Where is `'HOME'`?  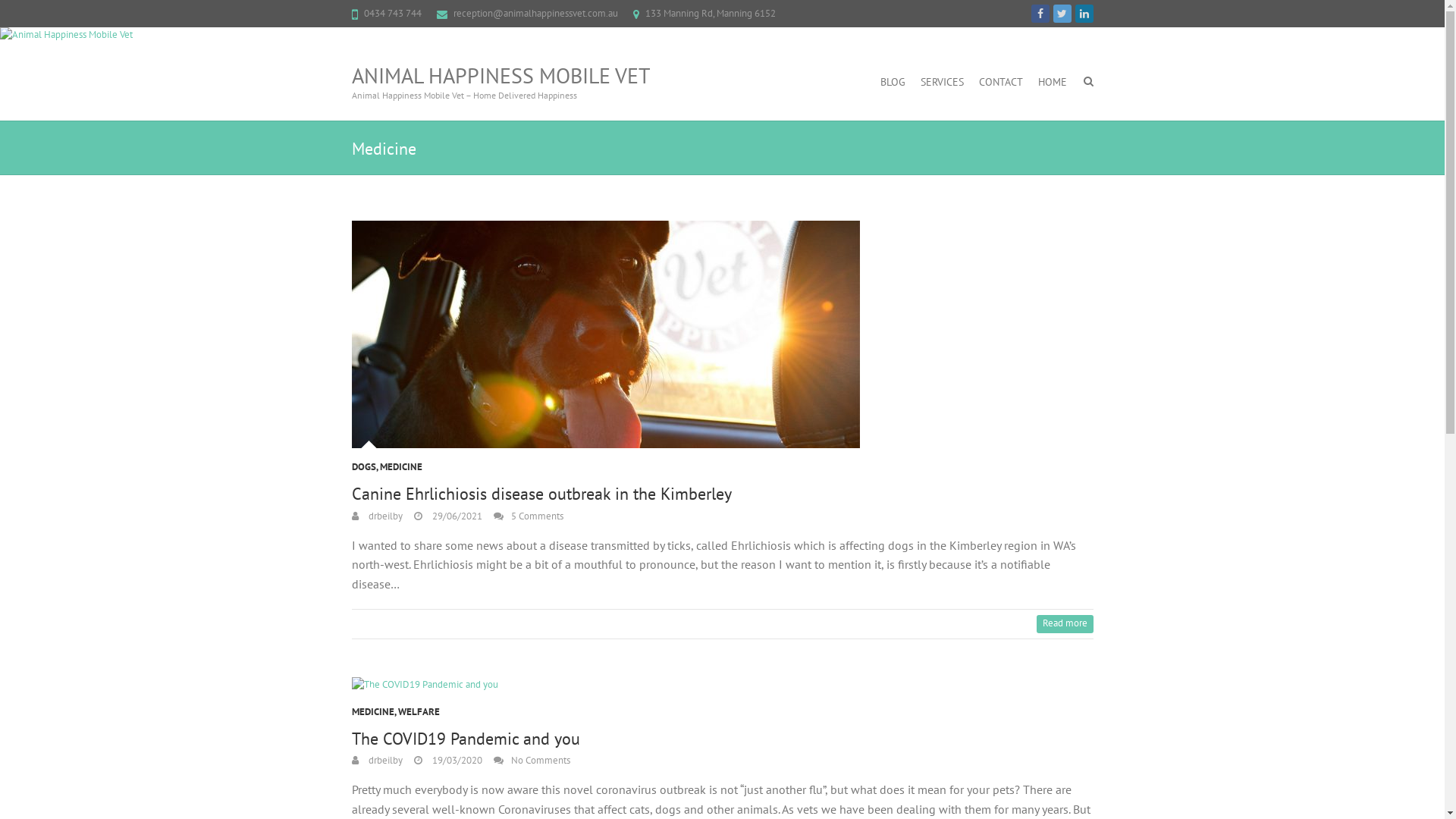
'HOME' is located at coordinates (1051, 82).